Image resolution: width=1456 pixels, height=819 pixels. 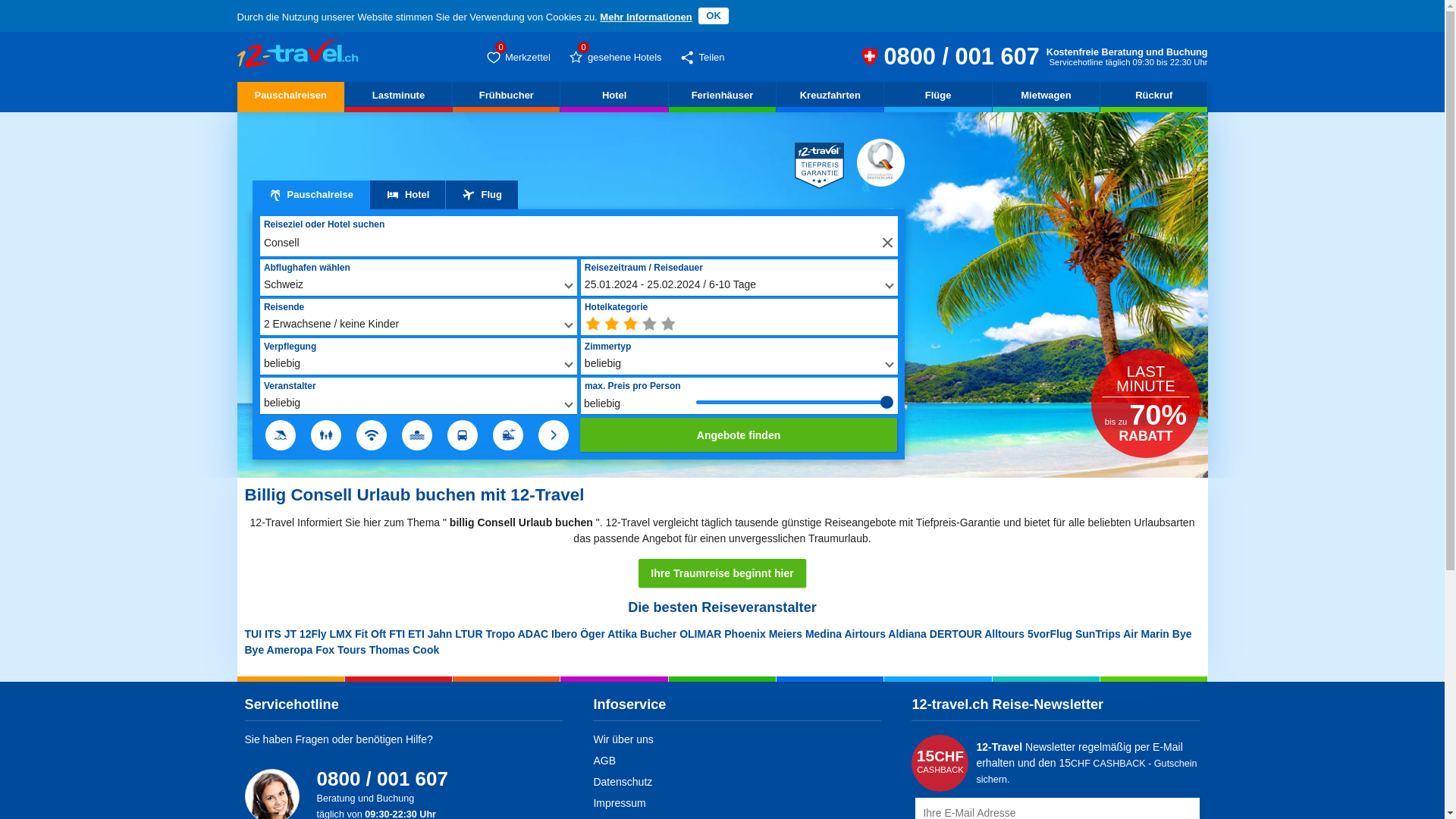 I want to click on 'Aldiana', so click(x=907, y=634).